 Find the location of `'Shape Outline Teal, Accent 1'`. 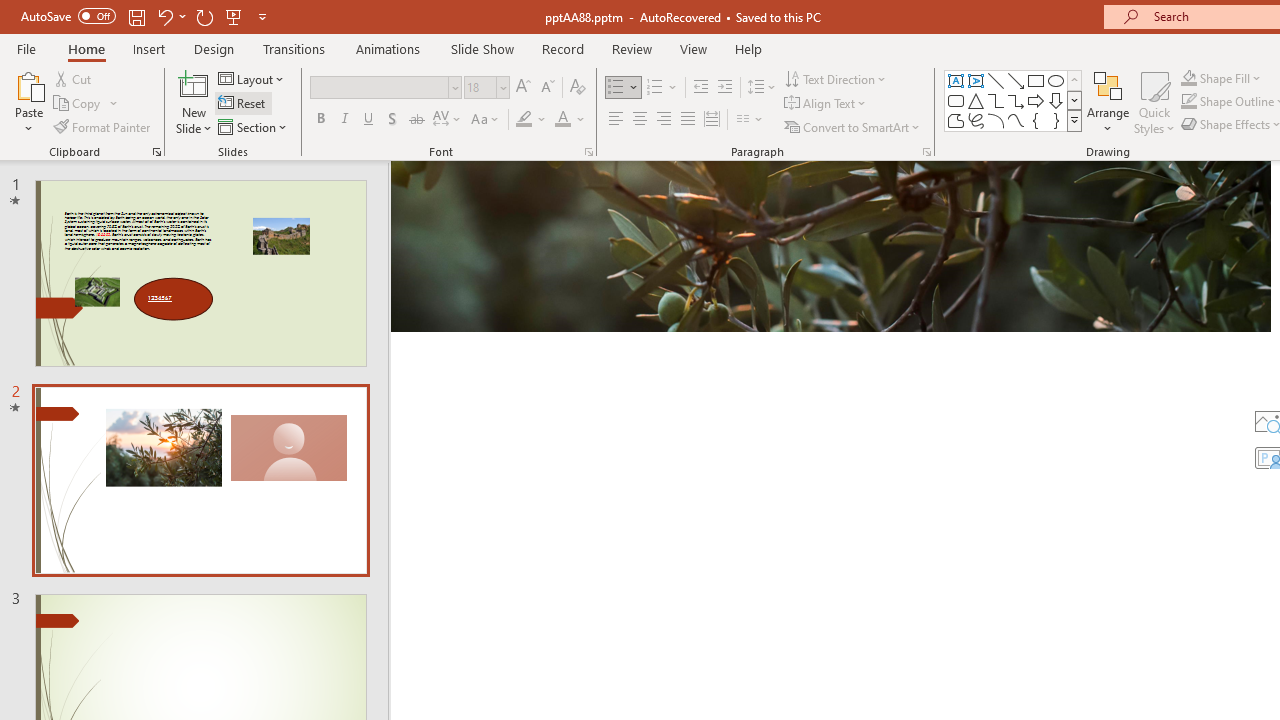

'Shape Outline Teal, Accent 1' is located at coordinates (1189, 101).